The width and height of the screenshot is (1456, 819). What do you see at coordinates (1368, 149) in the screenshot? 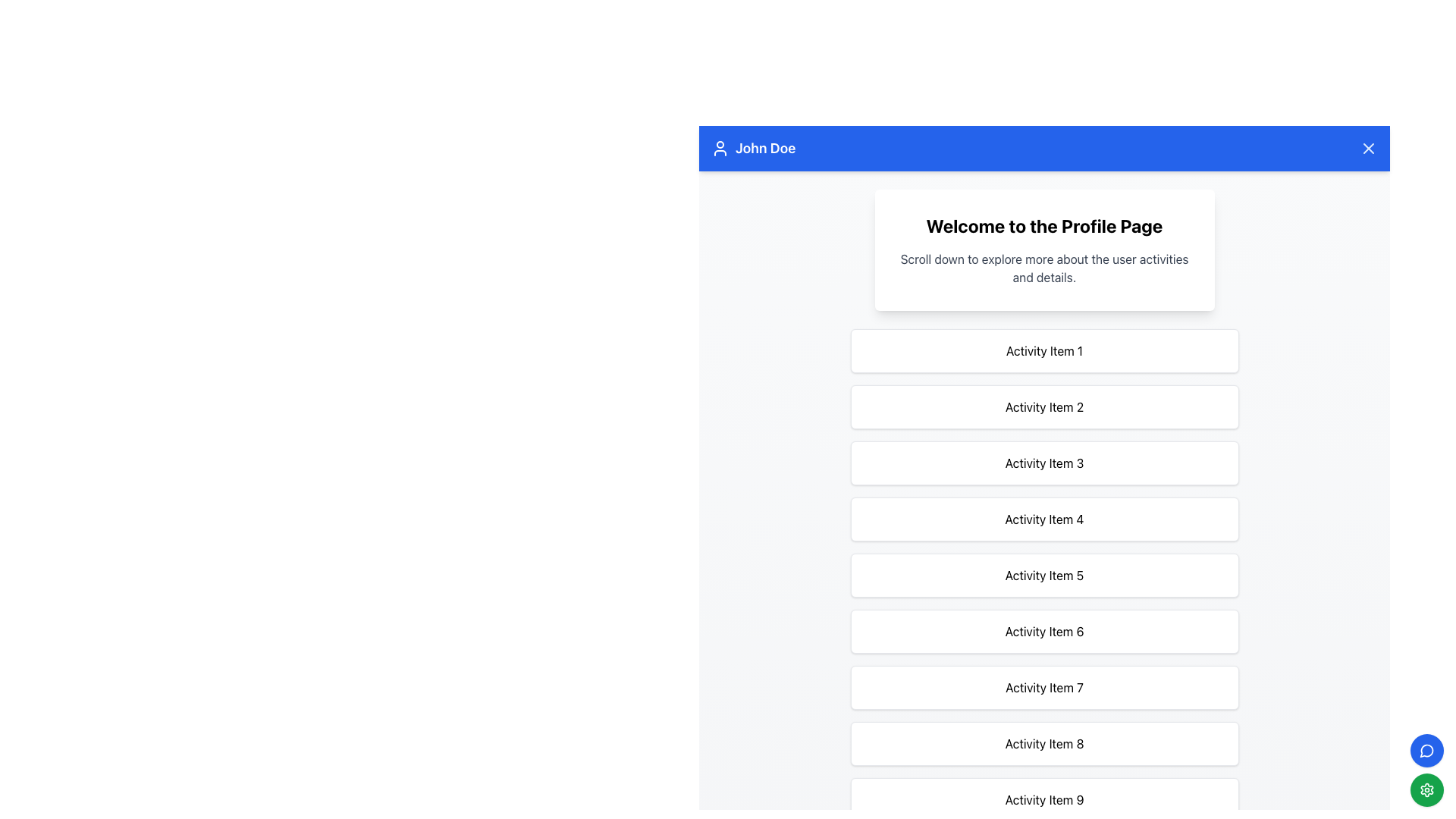
I see `the blue button located at the top-right corner of the navigation bar` at bounding box center [1368, 149].